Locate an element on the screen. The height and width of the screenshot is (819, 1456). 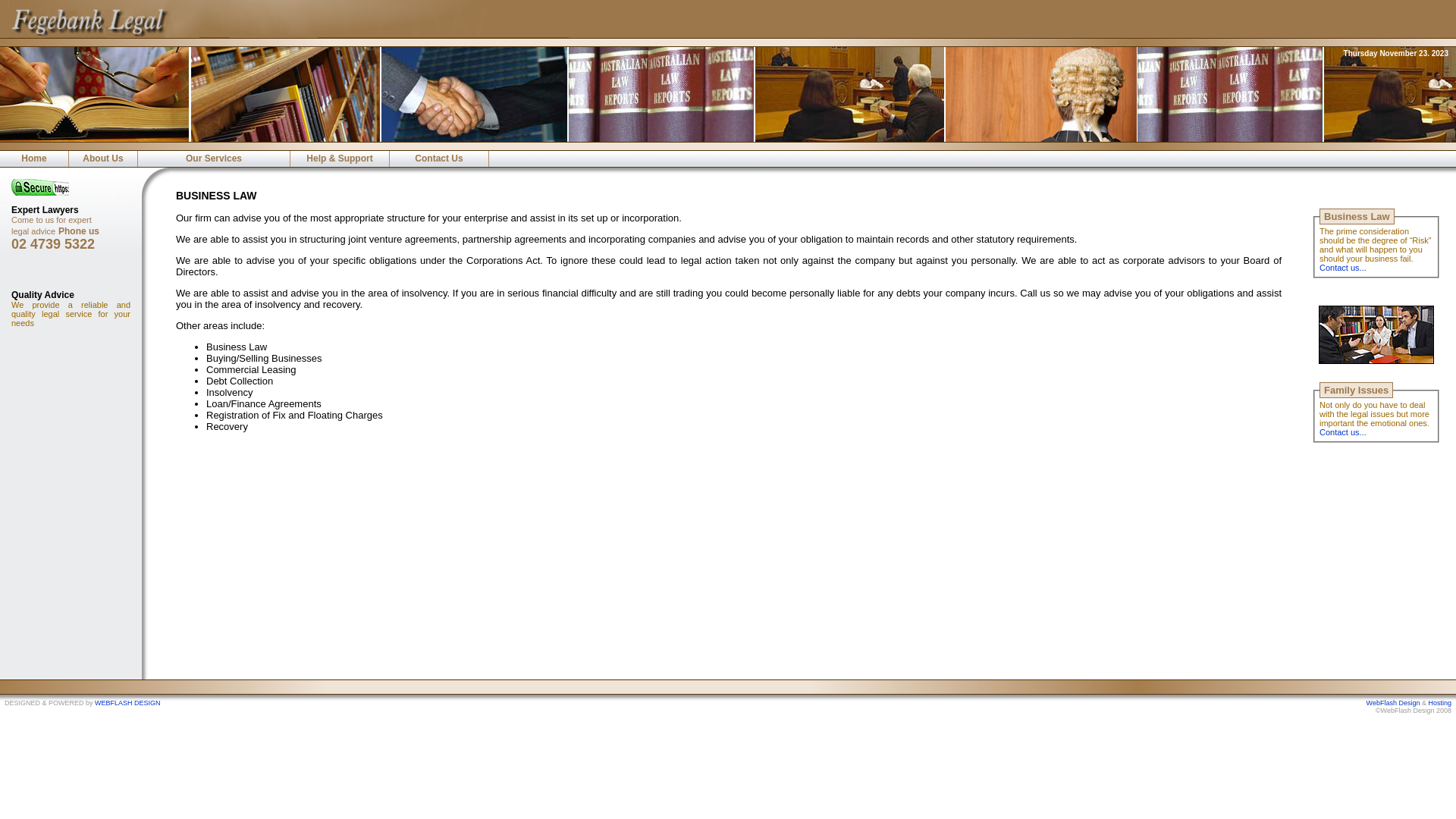
'About Us' is located at coordinates (102, 158).